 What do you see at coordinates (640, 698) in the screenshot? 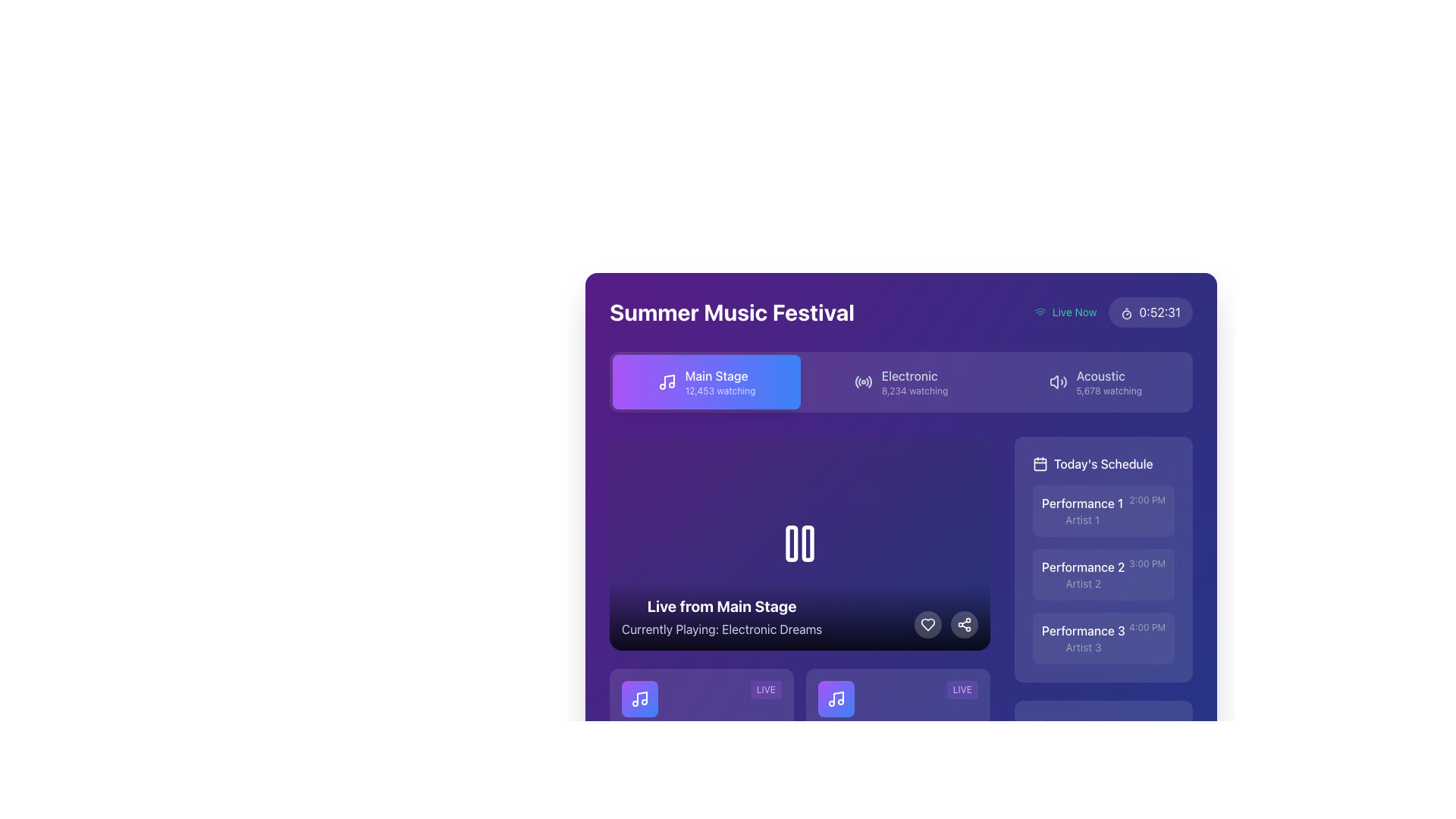
I see `the square icon with a gradient background and a white music note symbol, located at the bottom-left of the interface` at bounding box center [640, 698].